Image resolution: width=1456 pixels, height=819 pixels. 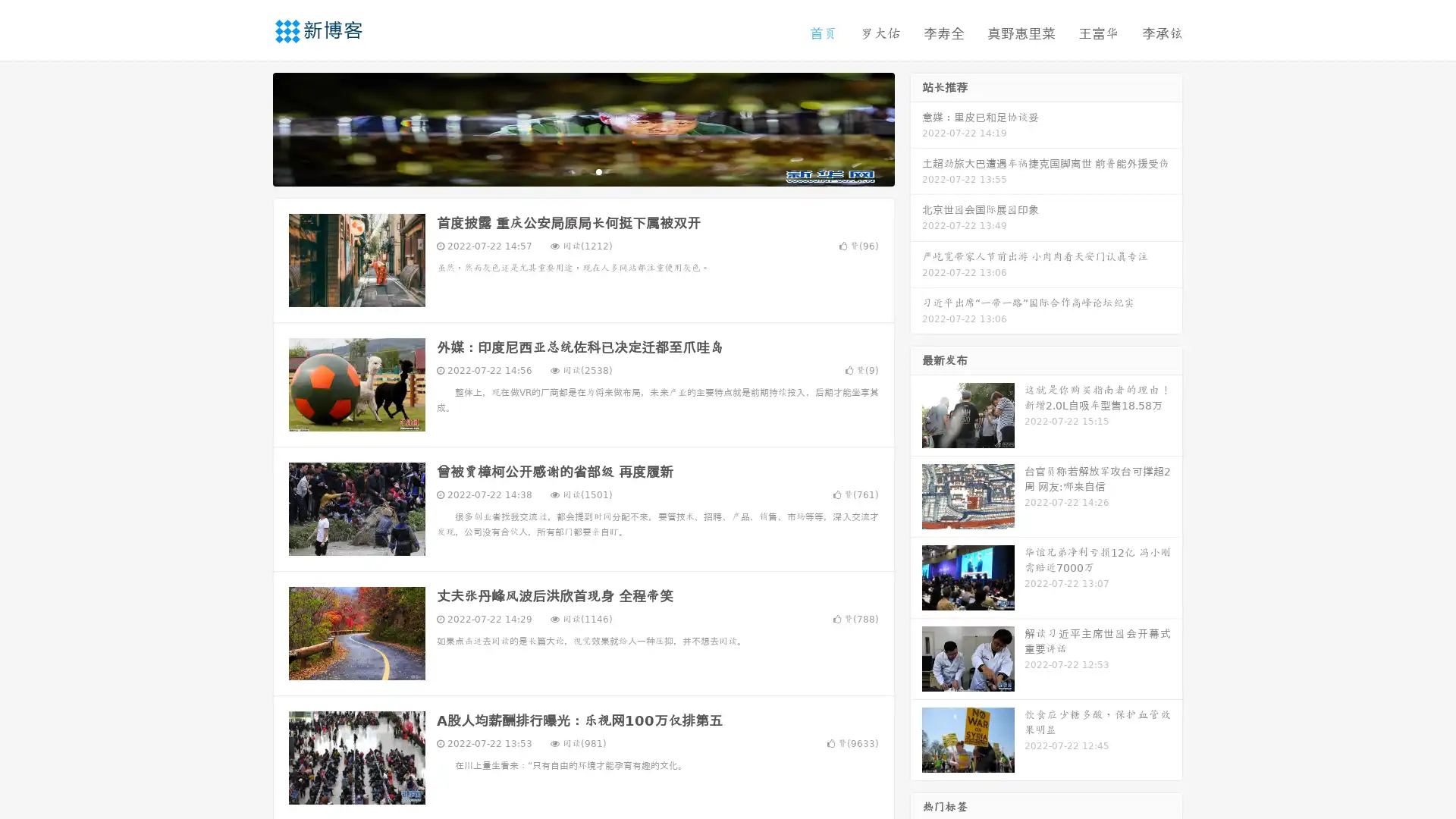 I want to click on Go to slide 2, so click(x=582, y=171).